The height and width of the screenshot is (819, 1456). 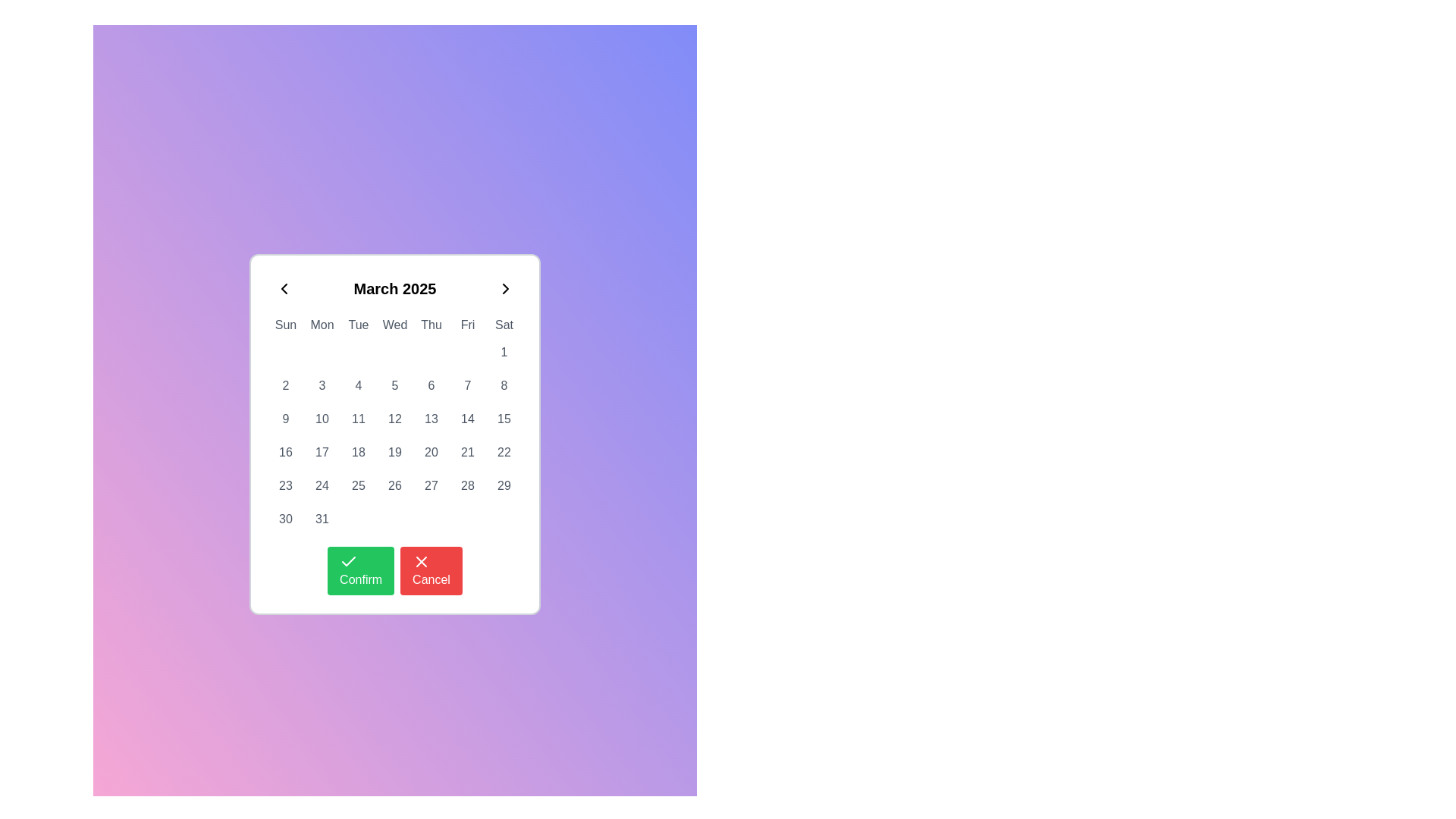 I want to click on the calendar date element displaying the number '7', so click(x=467, y=385).